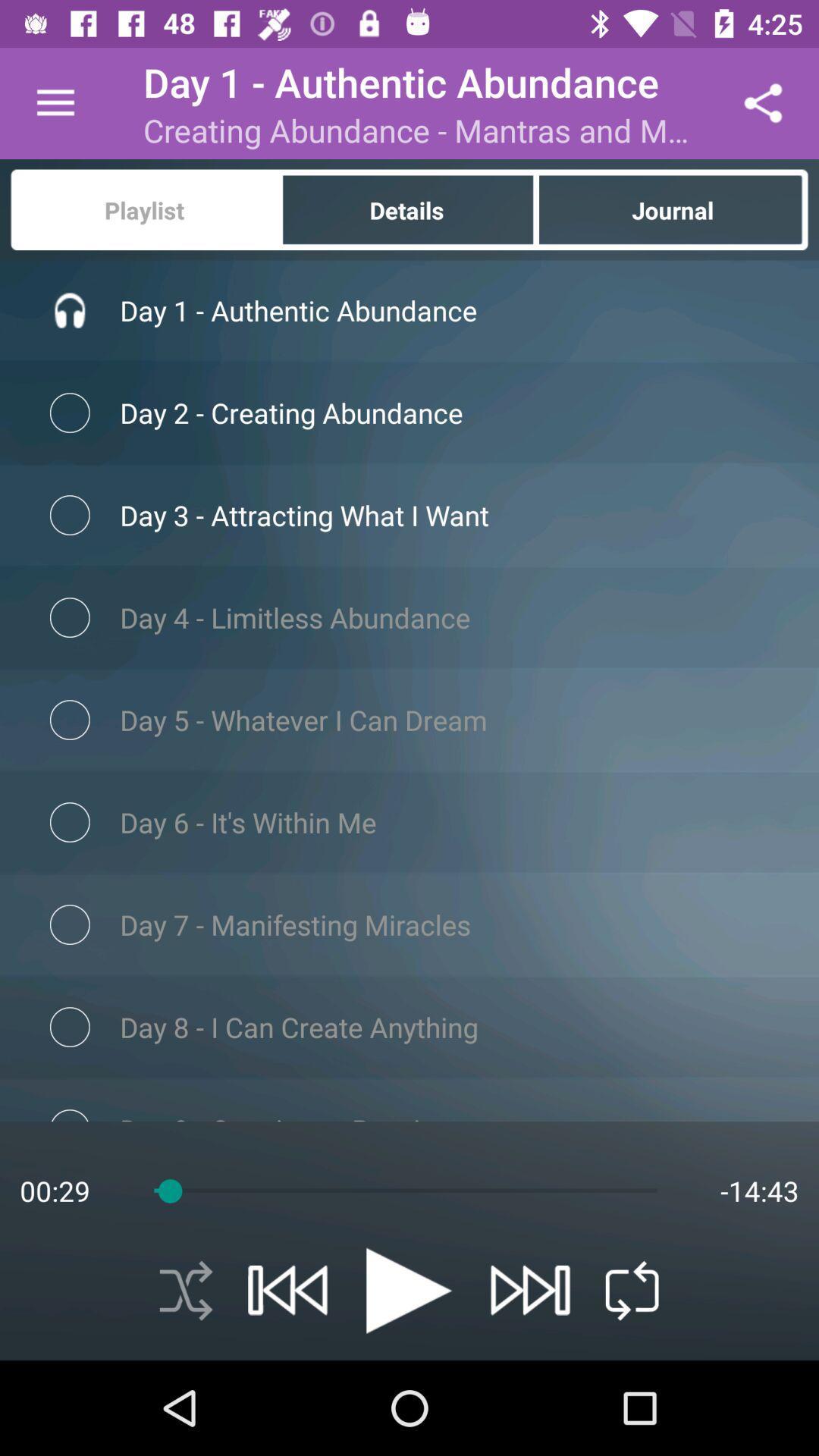  What do you see at coordinates (673, 209) in the screenshot?
I see `the icon to the right of the details` at bounding box center [673, 209].